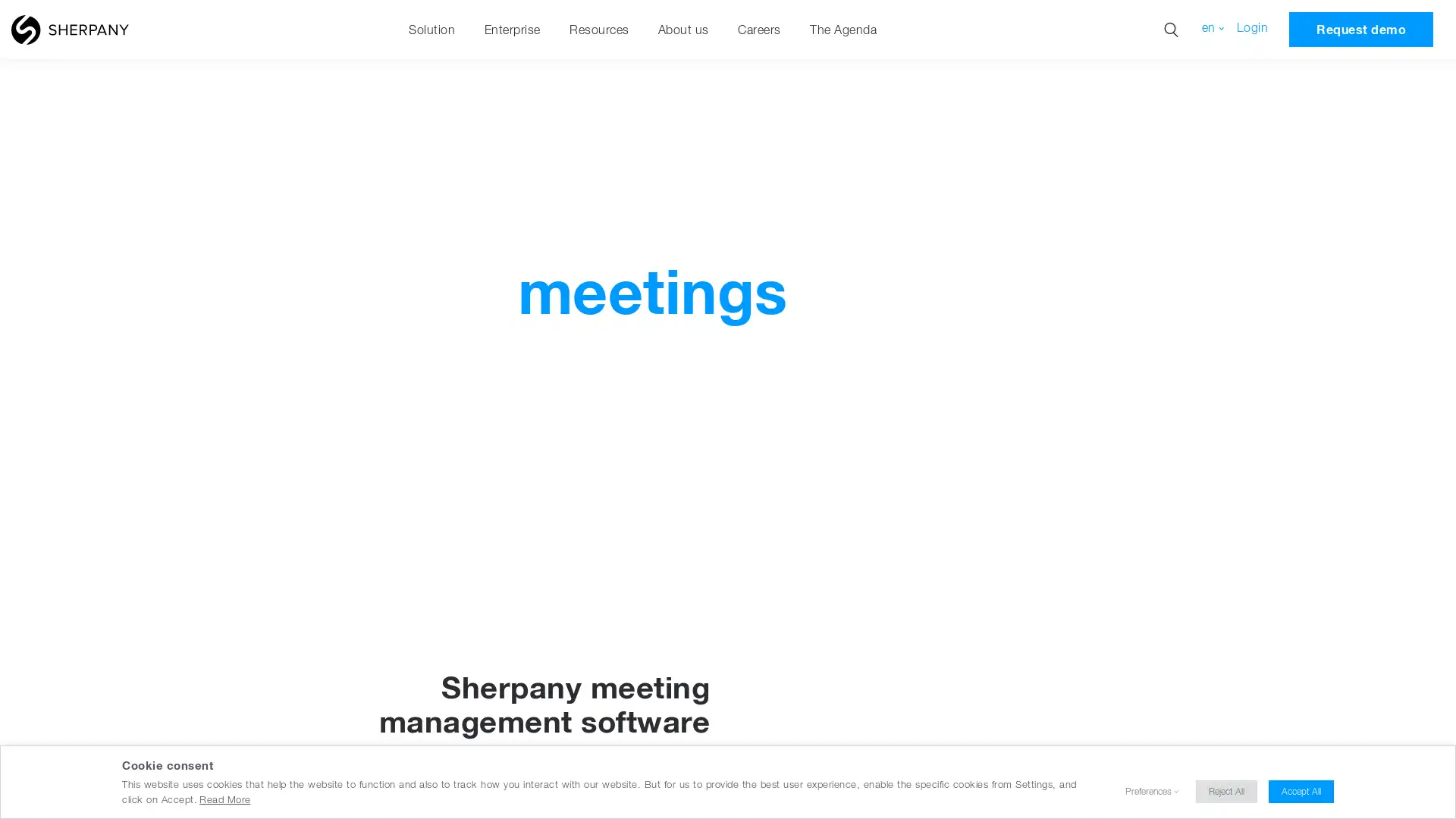 The height and width of the screenshot is (819, 1456). What do you see at coordinates (1148, 791) in the screenshot?
I see `Preferences` at bounding box center [1148, 791].